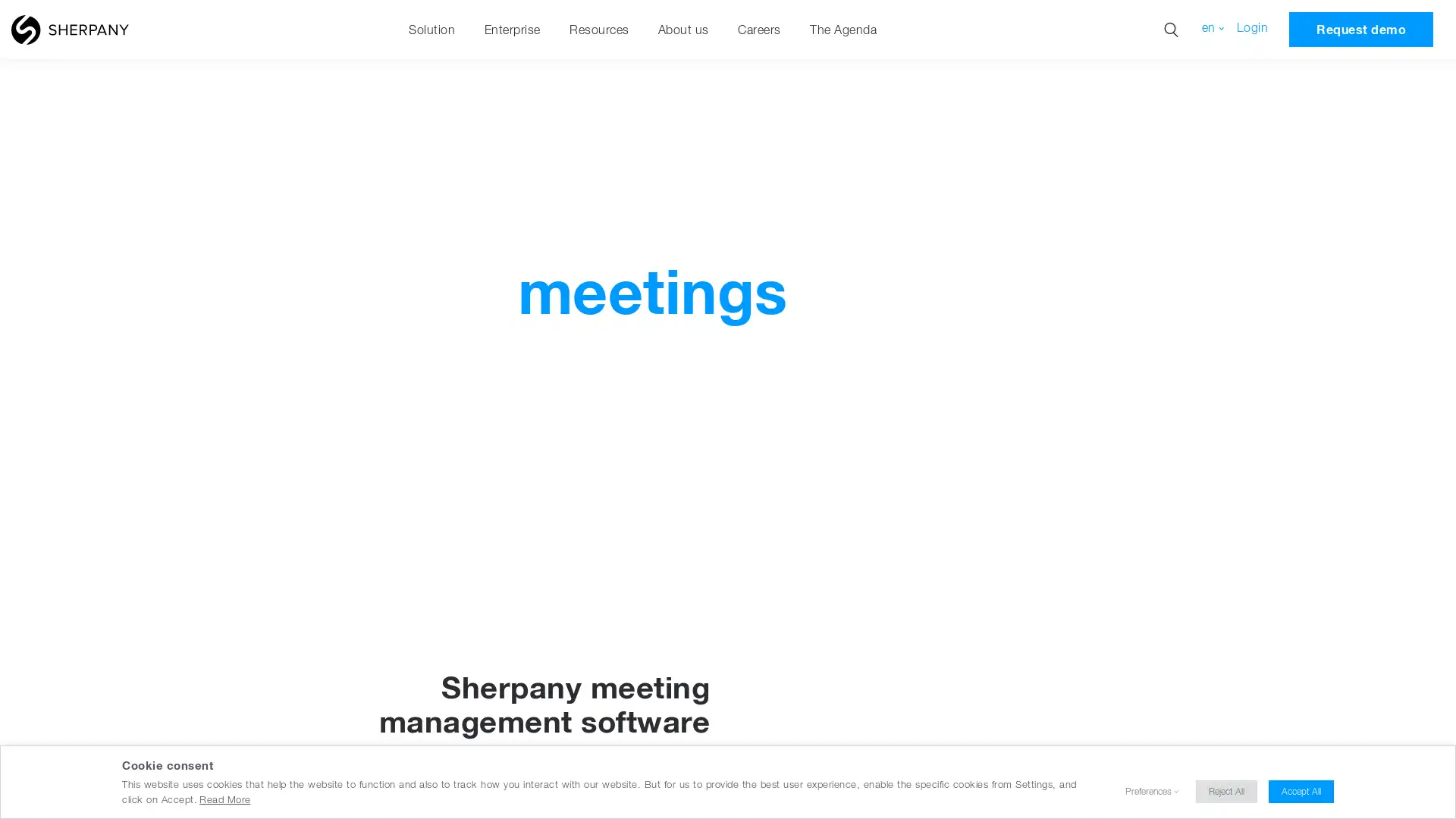 The height and width of the screenshot is (819, 1456). What do you see at coordinates (1148, 791) in the screenshot?
I see `Preferences` at bounding box center [1148, 791].